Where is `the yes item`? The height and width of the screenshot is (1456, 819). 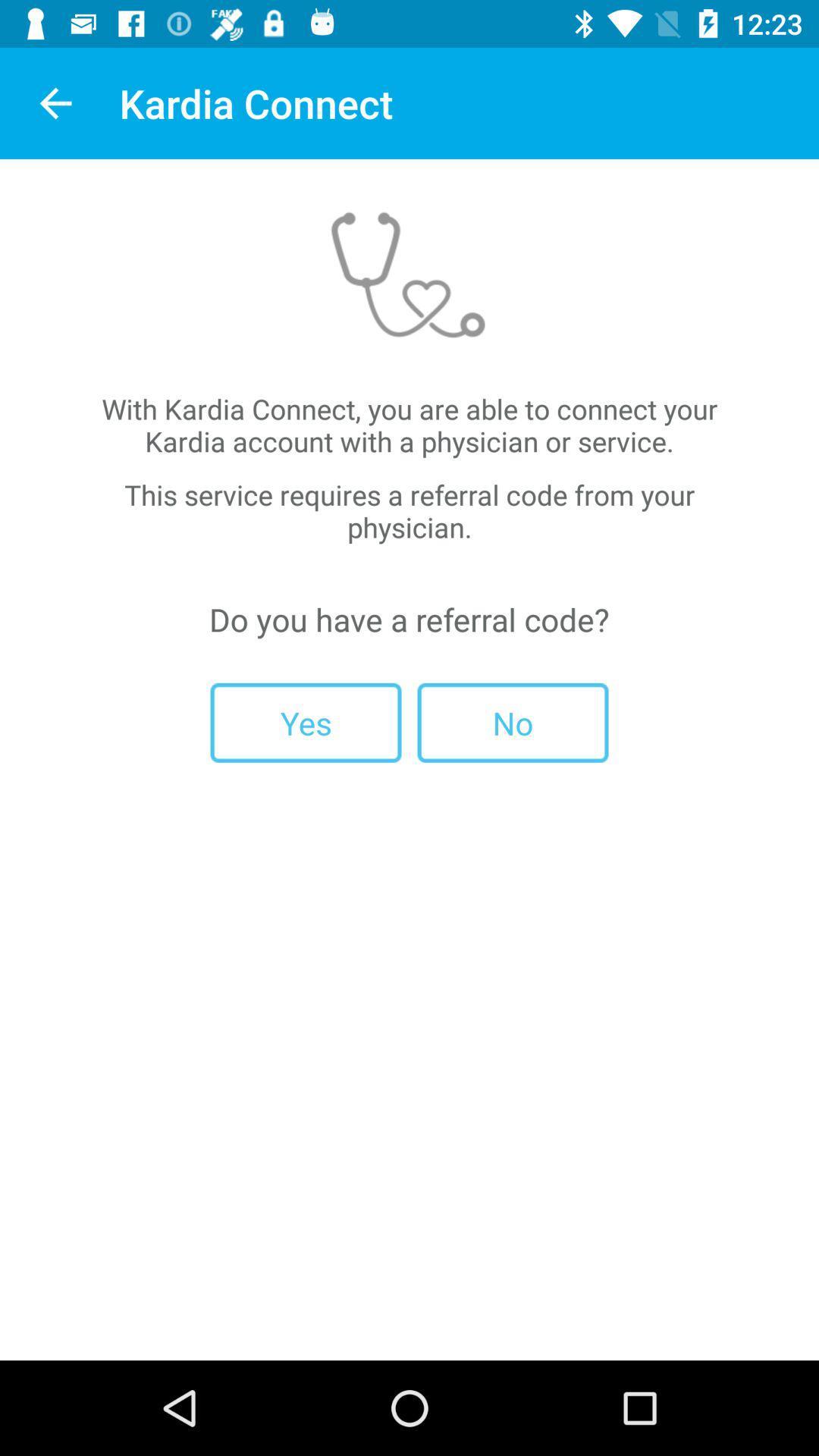
the yes item is located at coordinates (306, 722).